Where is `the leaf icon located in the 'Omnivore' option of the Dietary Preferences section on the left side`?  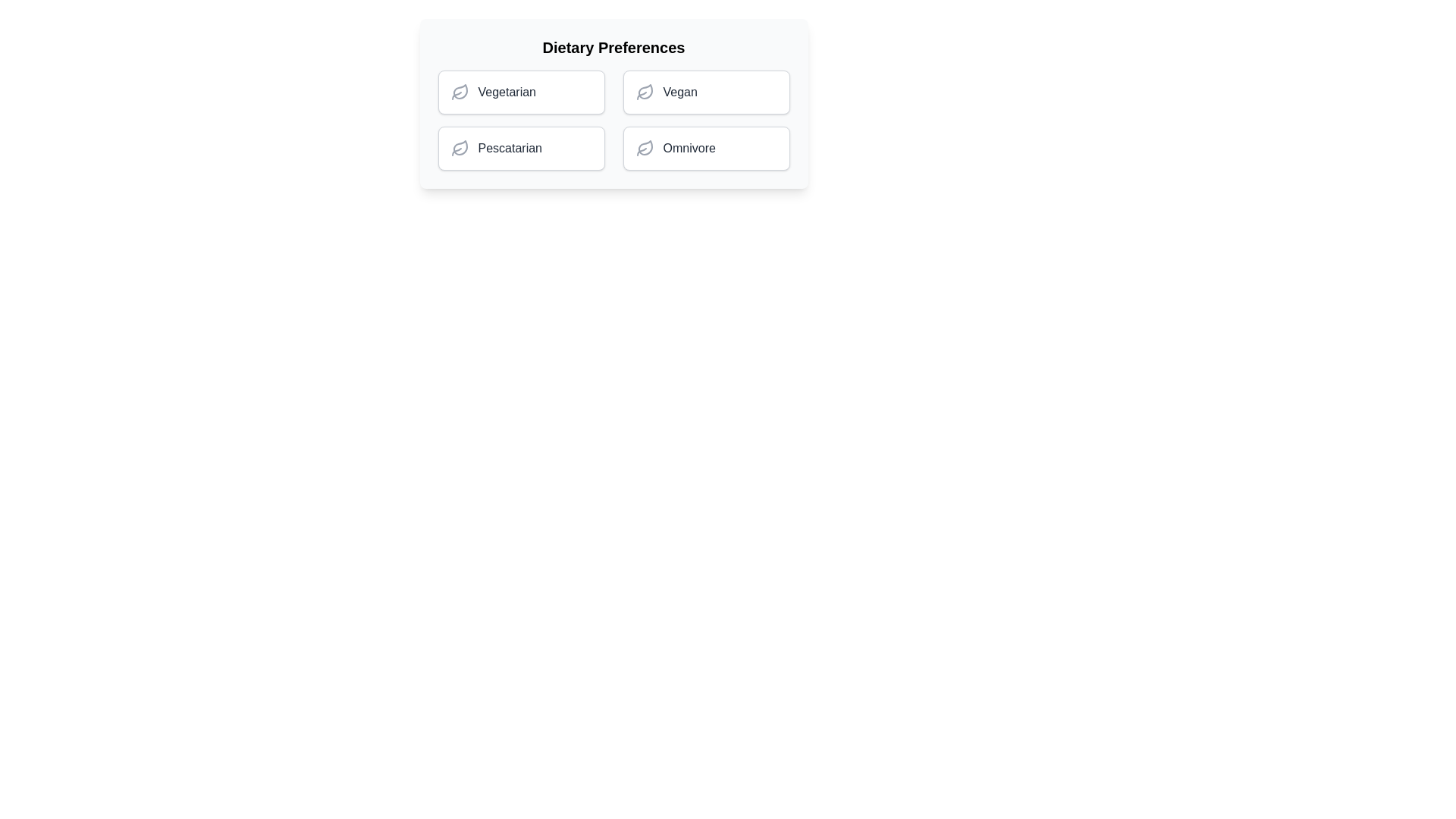 the leaf icon located in the 'Omnivore' option of the Dietary Preferences section on the left side is located at coordinates (645, 149).